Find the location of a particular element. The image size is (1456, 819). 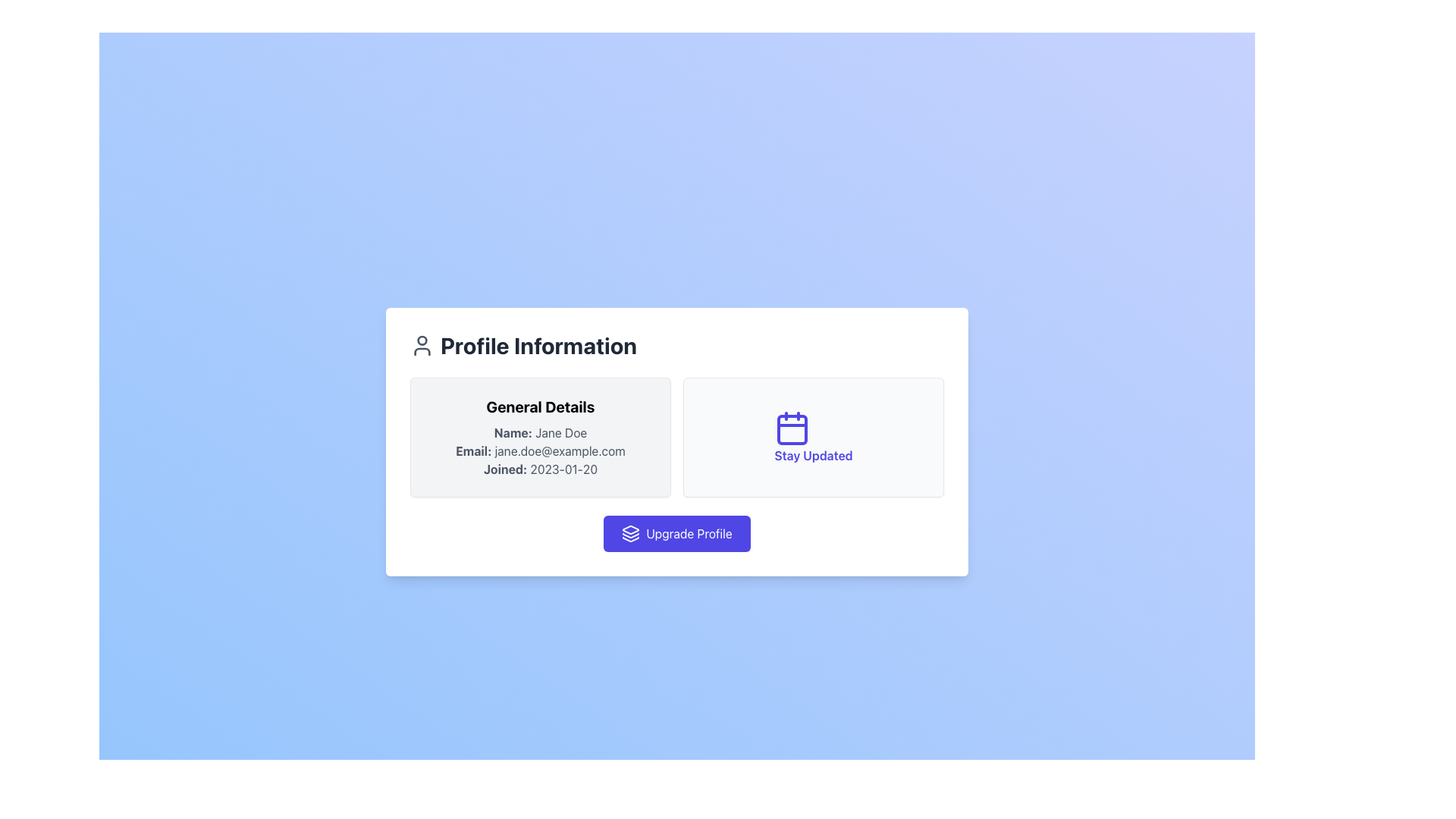

the text label displaying the user's joining date, located within the 'General Details' panel is located at coordinates (541, 468).